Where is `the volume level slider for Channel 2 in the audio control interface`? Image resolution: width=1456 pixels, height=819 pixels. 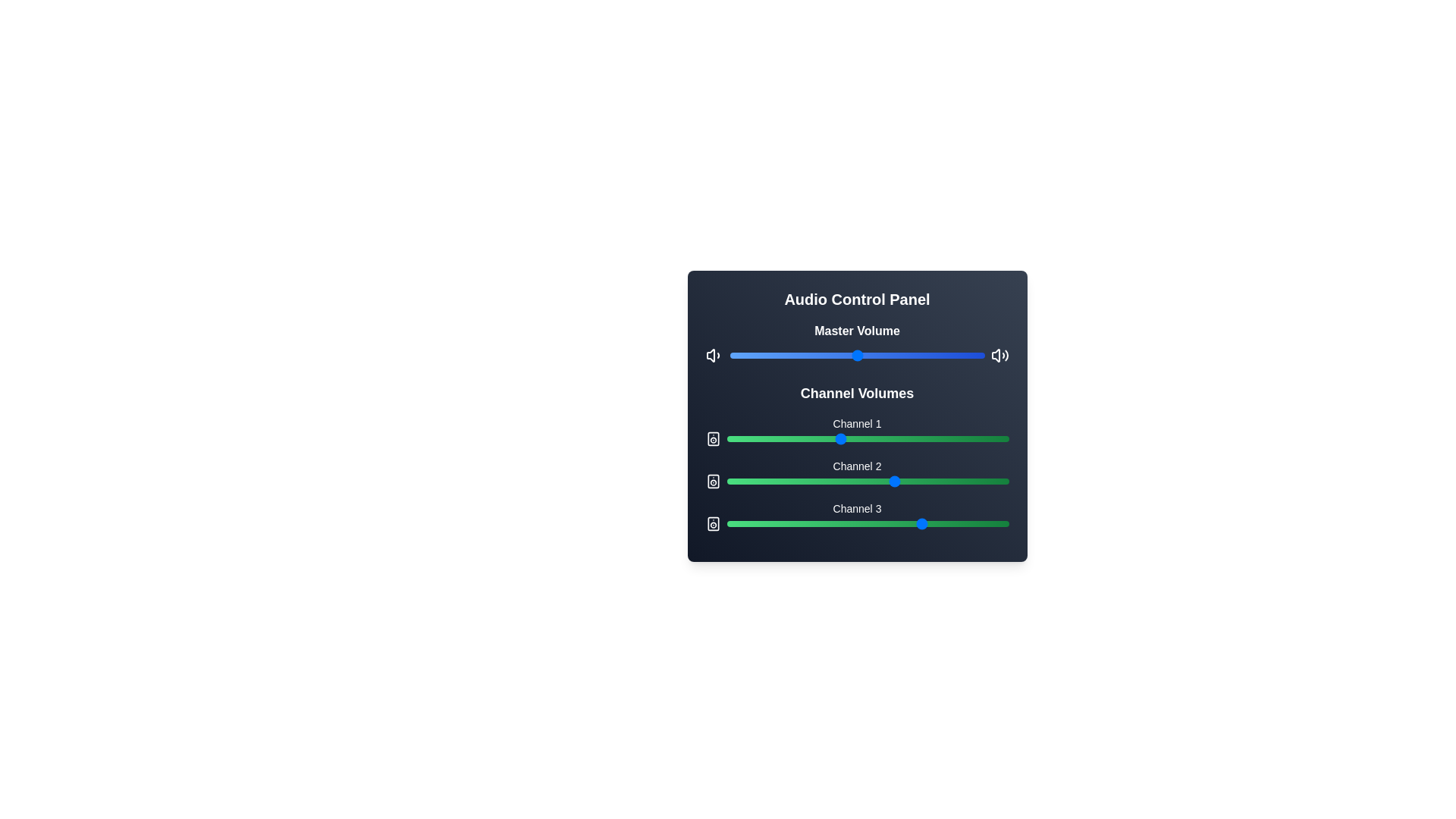 the volume level slider for Channel 2 in the audio control interface is located at coordinates (868, 482).